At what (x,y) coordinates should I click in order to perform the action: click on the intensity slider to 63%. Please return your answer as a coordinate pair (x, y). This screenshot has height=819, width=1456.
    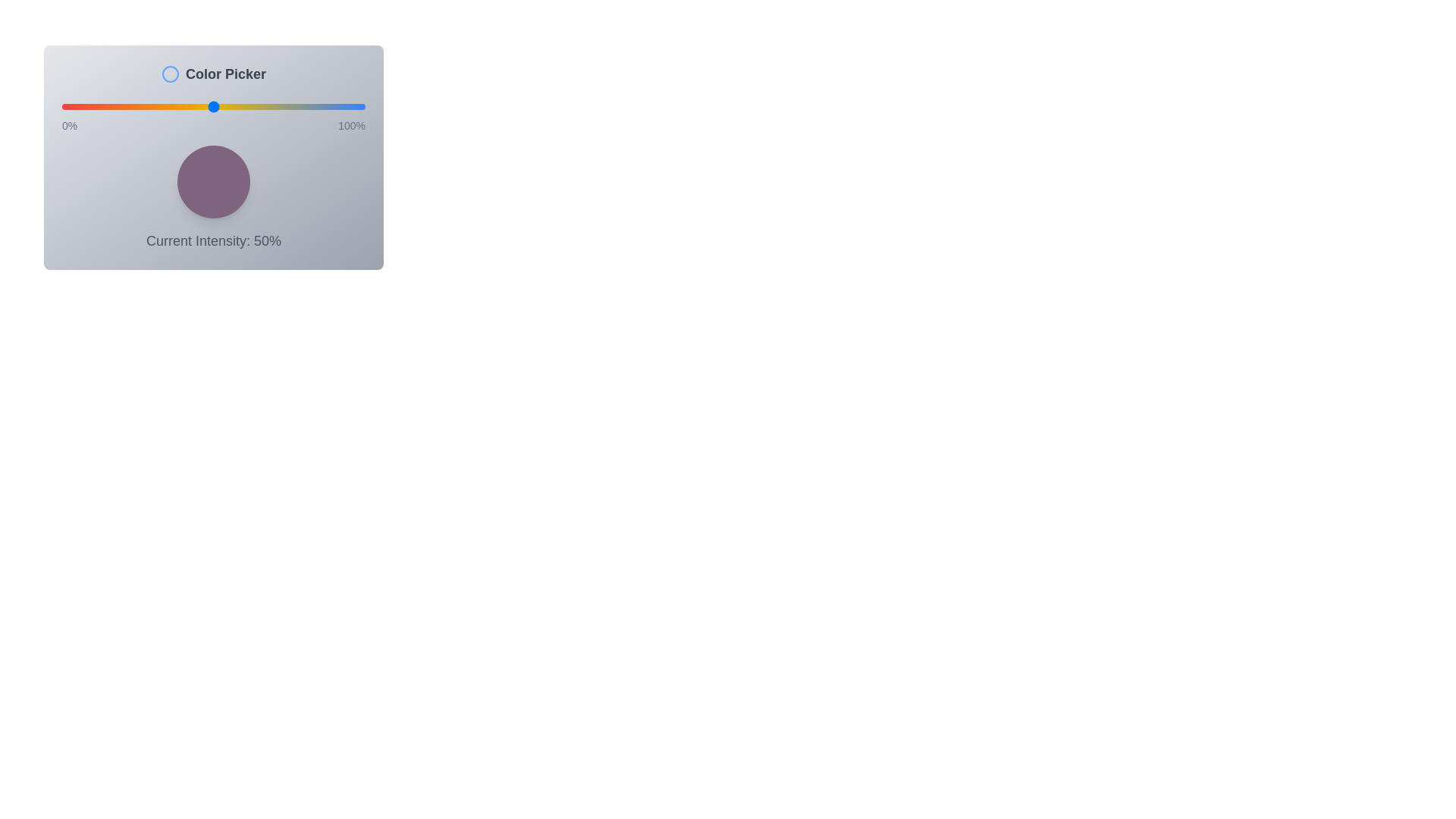
    Looking at the image, I should click on (253, 106).